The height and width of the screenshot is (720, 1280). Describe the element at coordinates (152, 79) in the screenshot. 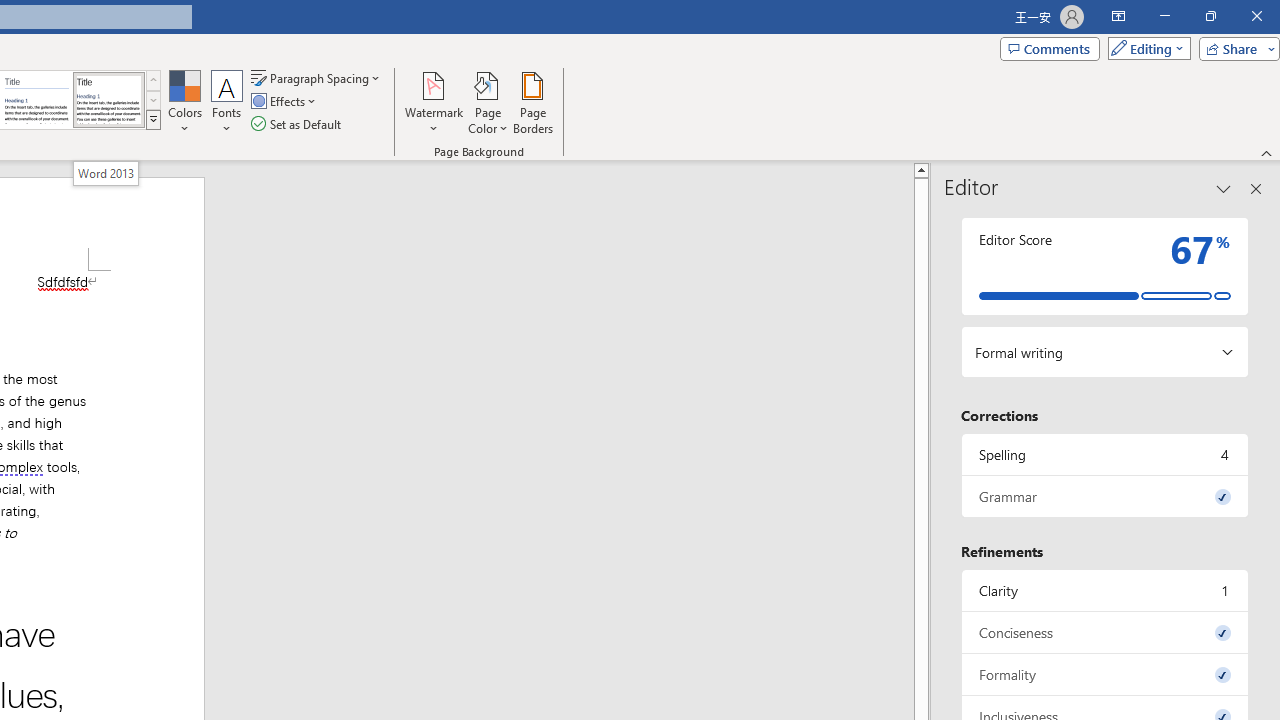

I see `'Row up'` at that location.